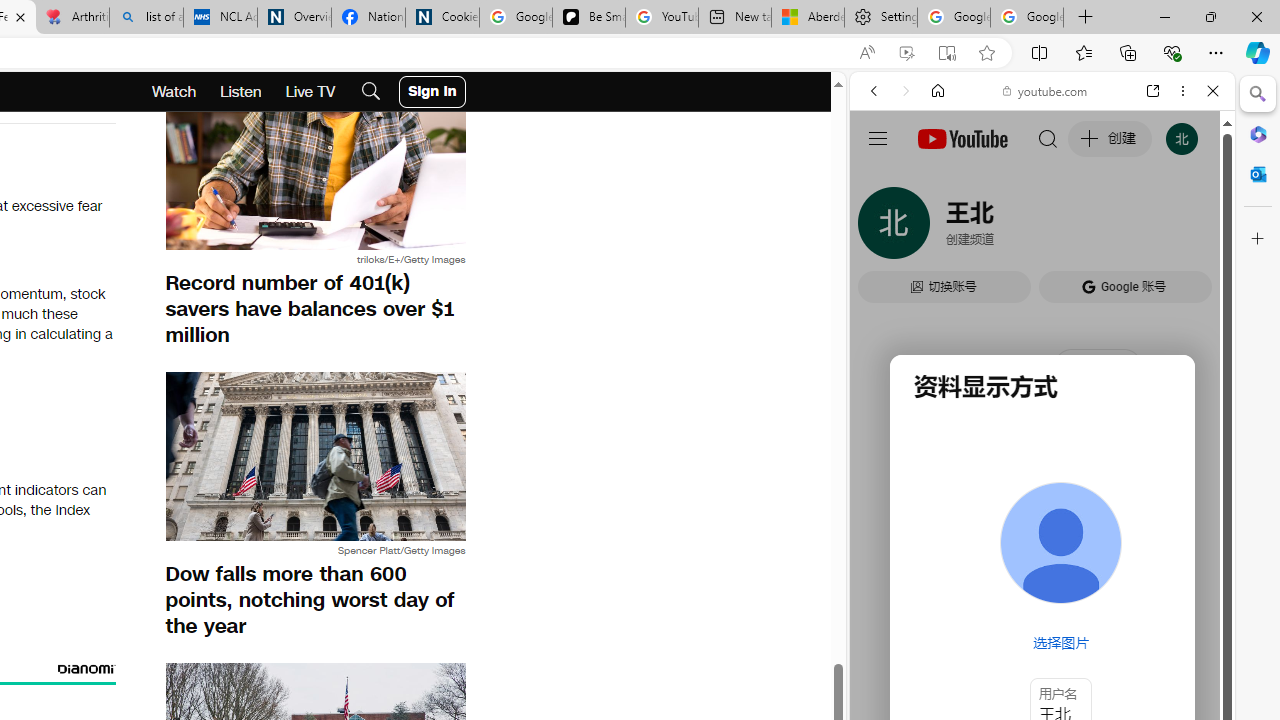 Image resolution: width=1280 pixels, height=720 pixels. What do you see at coordinates (1006, 227) in the screenshot?
I see `'Search Filter, VIDEOS'` at bounding box center [1006, 227].